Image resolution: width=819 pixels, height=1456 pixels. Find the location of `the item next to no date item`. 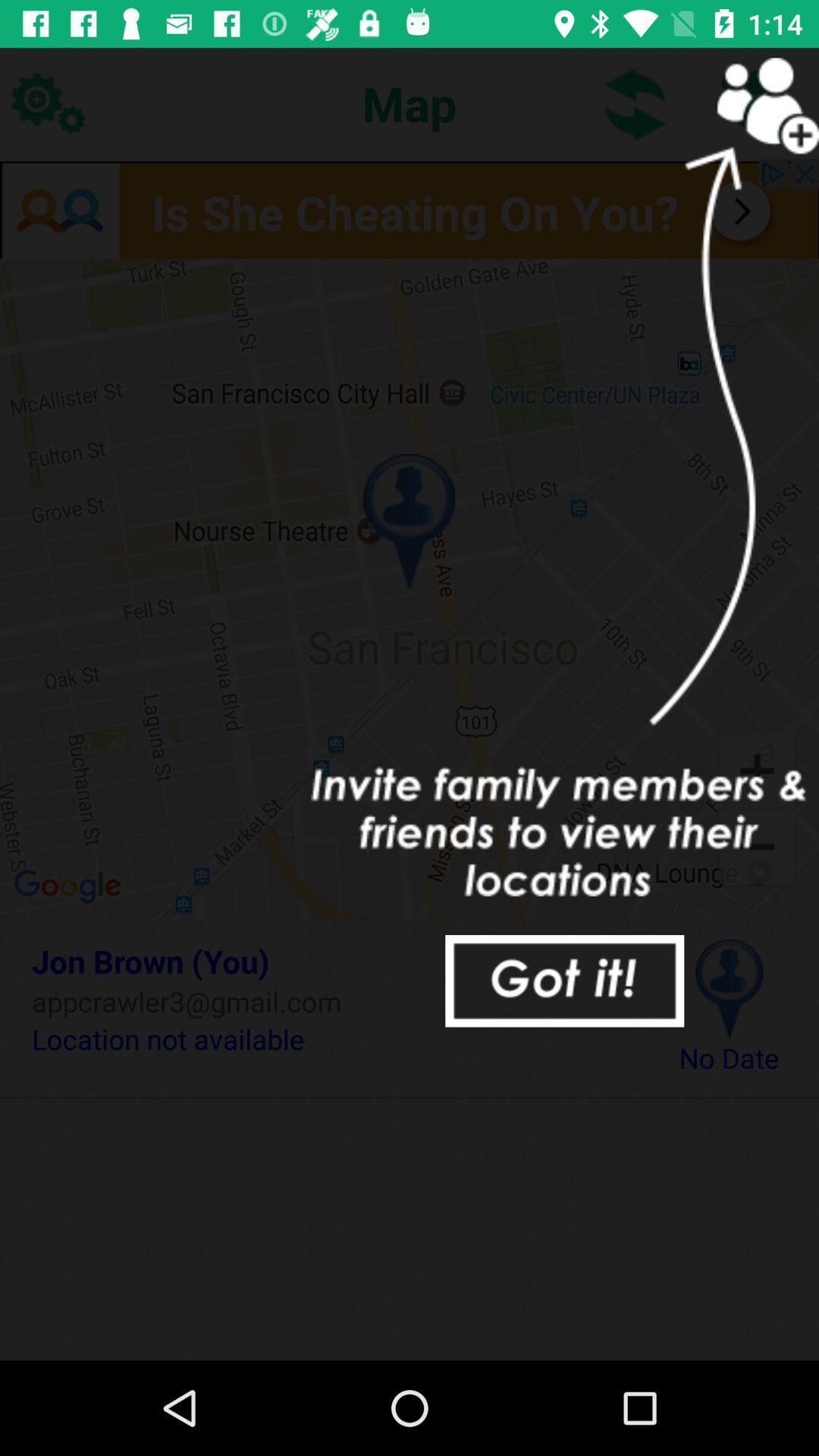

the item next to no date item is located at coordinates (331, 1038).